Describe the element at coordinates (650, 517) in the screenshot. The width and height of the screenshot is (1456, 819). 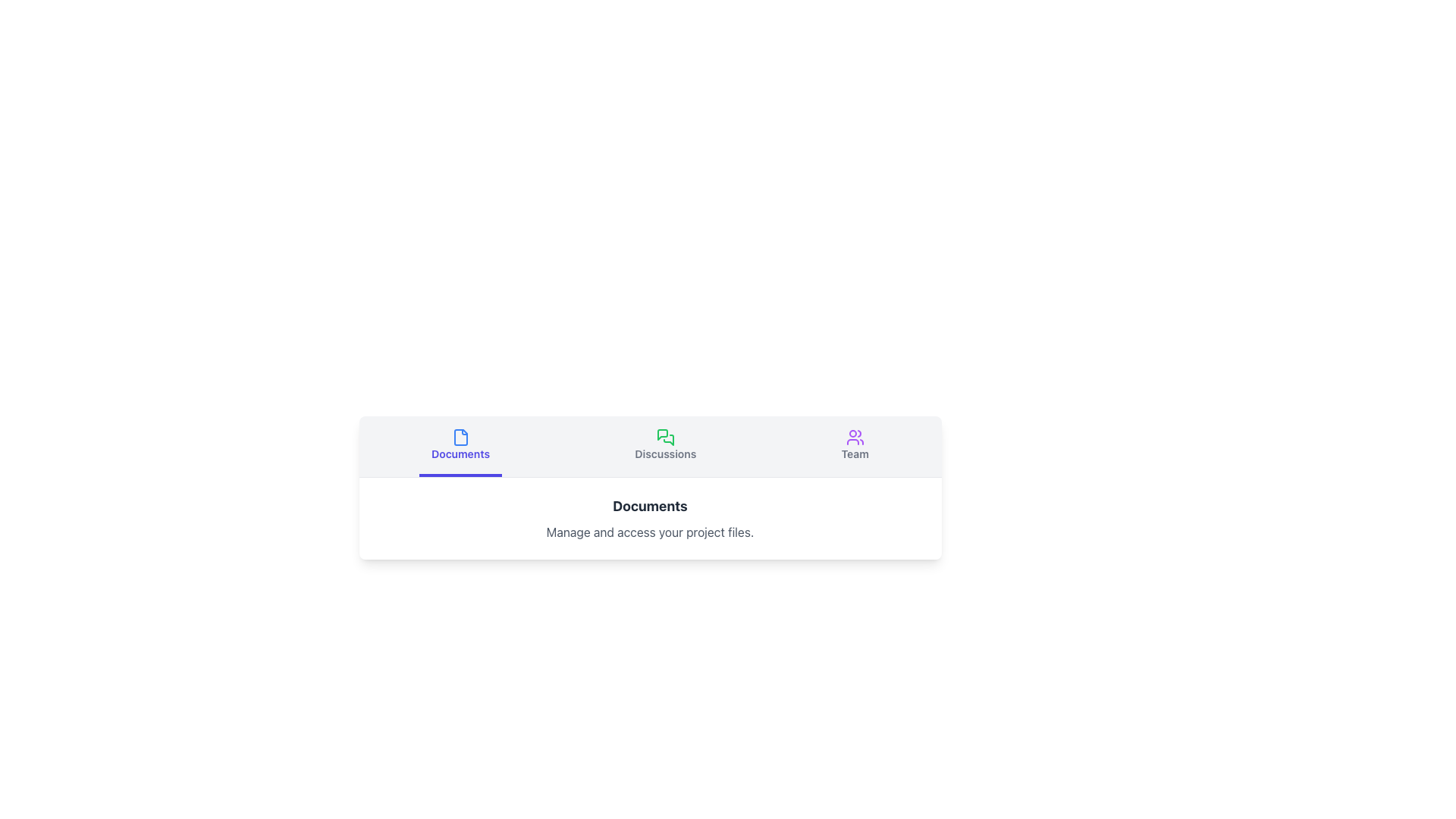
I see `text from the informational block titled 'Documents', which provides details about managing and accessing project files` at that location.